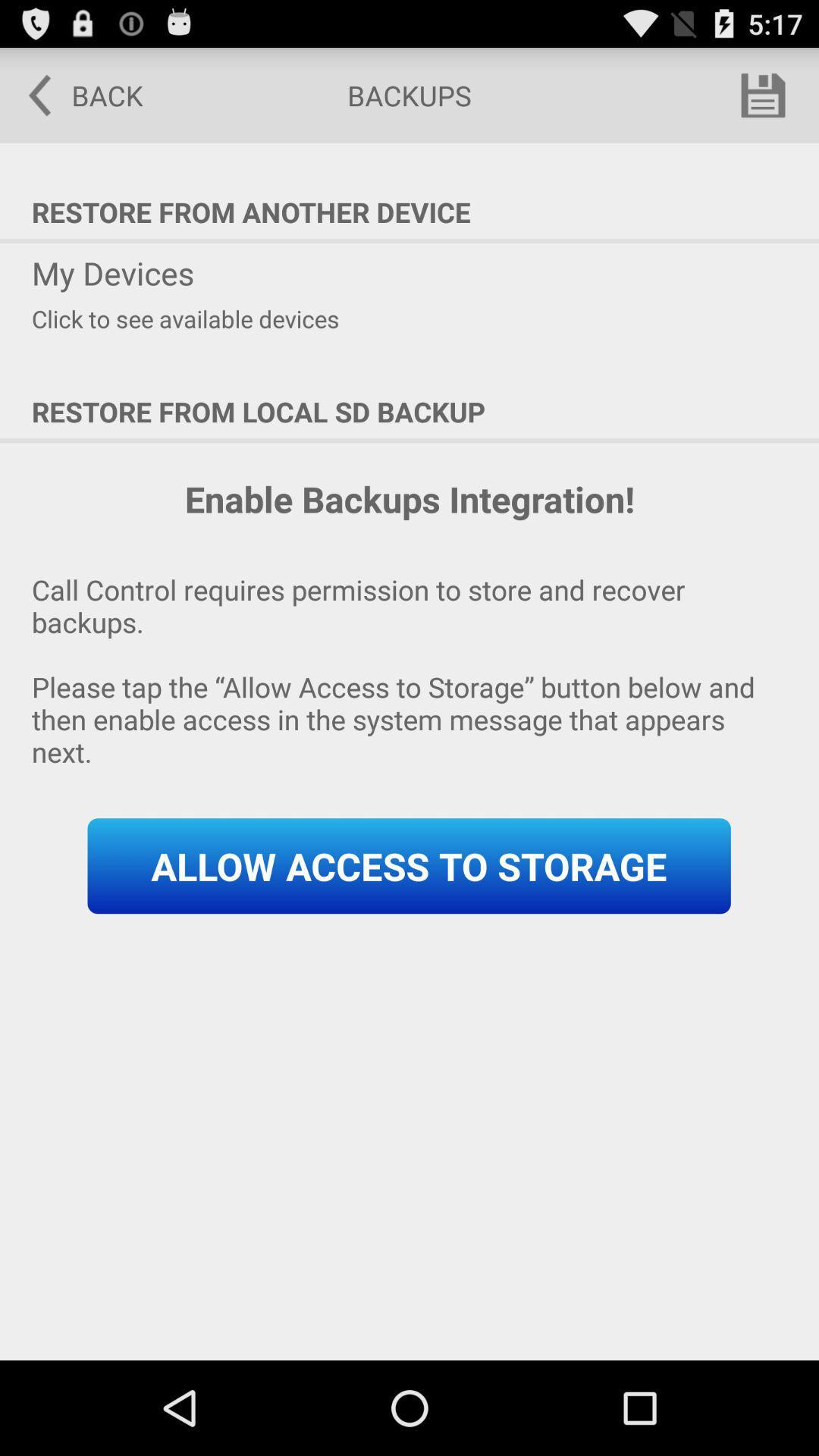 The width and height of the screenshot is (819, 1456). Describe the element at coordinates (763, 94) in the screenshot. I see `icon above restore from another item` at that location.